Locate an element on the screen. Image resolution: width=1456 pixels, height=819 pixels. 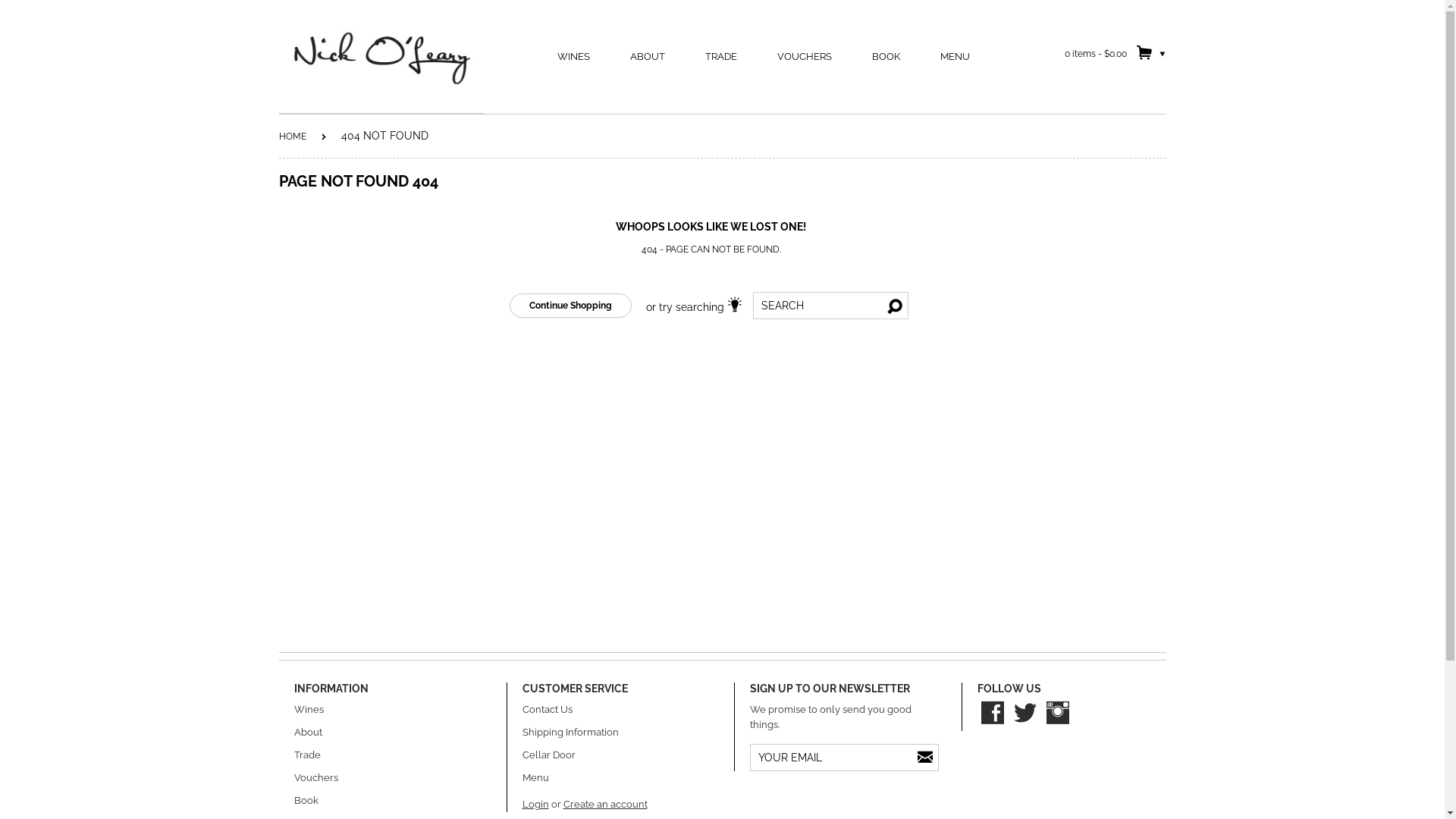
'Nick O'Leary Wines' is located at coordinates (381, 57).